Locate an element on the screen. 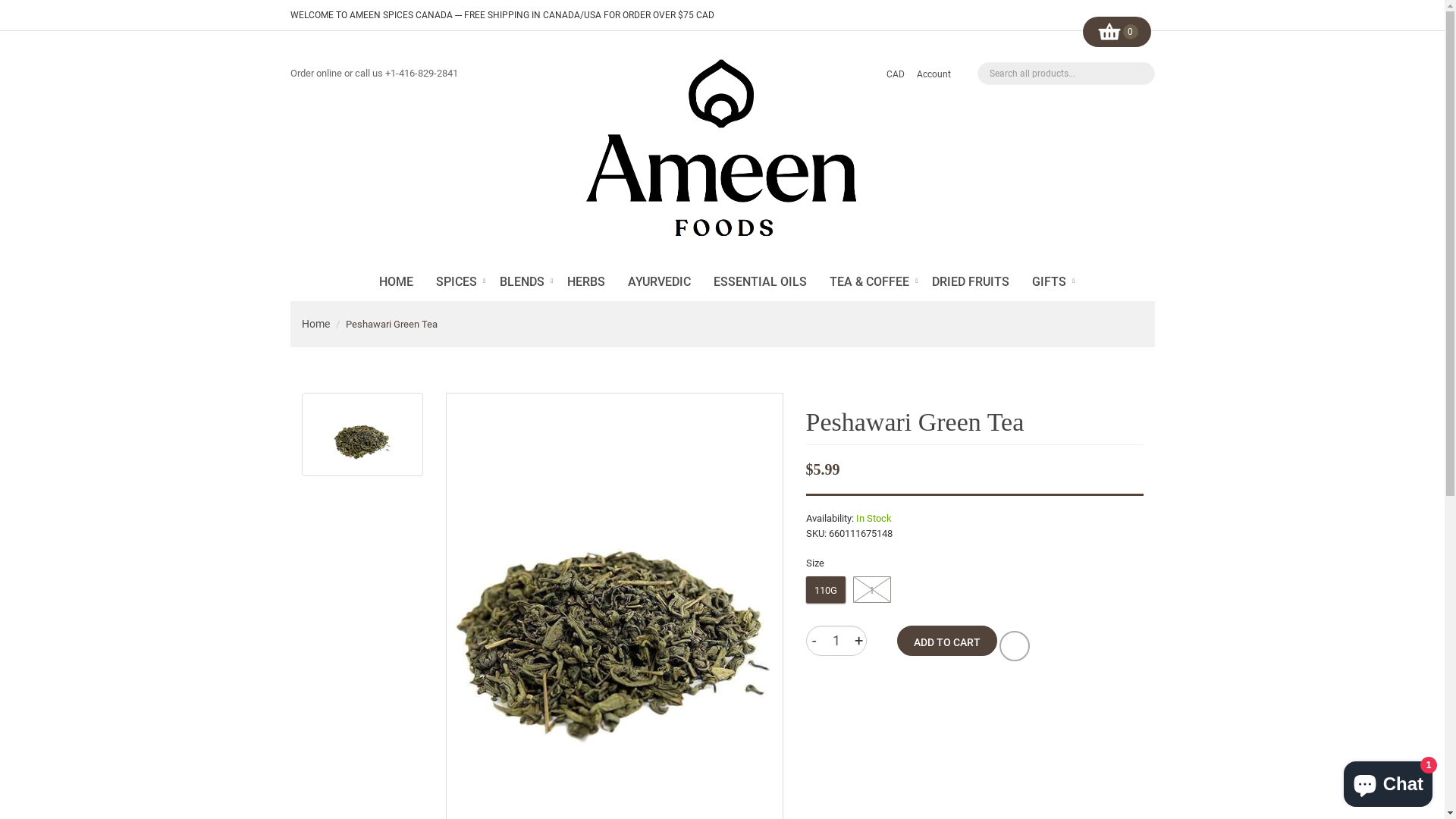 The height and width of the screenshot is (819, 1456). 'SPICES' is located at coordinates (455, 281).